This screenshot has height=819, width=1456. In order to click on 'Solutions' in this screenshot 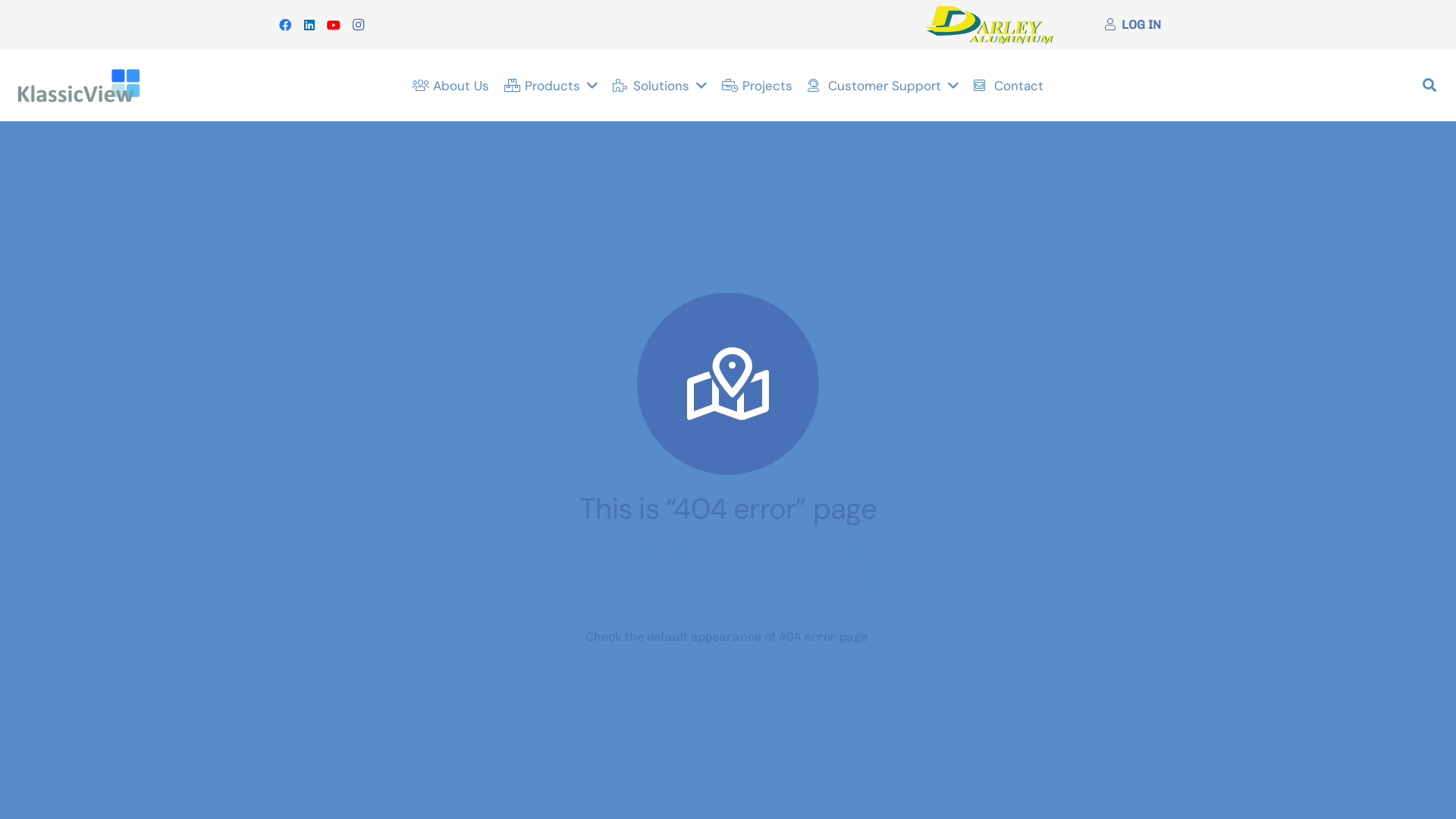, I will do `click(659, 85)`.